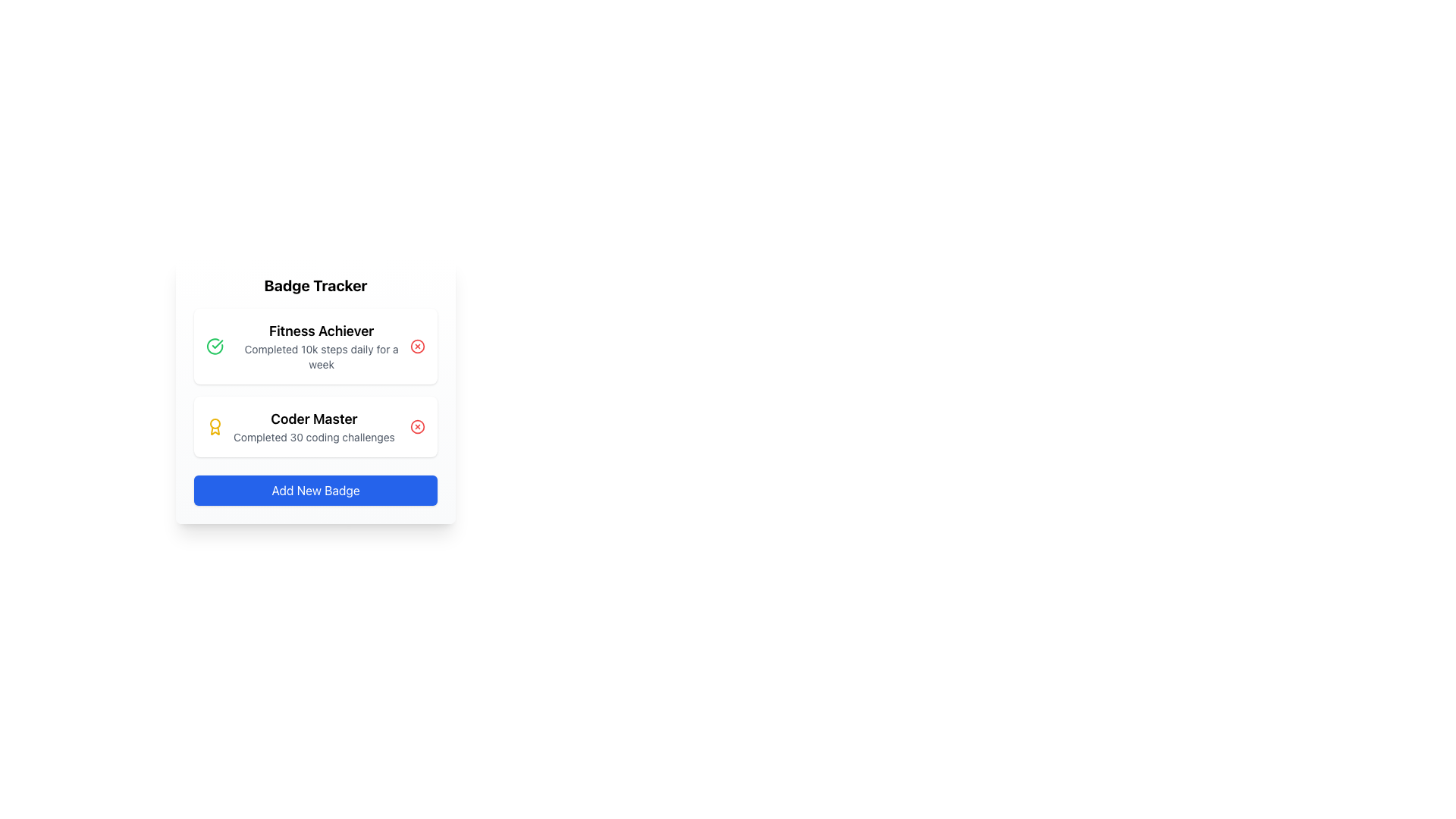 Image resolution: width=1456 pixels, height=819 pixels. Describe the element at coordinates (321, 346) in the screenshot. I see `achievement information displayed in the 'Fitness Achiever' text section, which includes the title and supporting text, located in the 'Badge Tracker' interface` at that location.